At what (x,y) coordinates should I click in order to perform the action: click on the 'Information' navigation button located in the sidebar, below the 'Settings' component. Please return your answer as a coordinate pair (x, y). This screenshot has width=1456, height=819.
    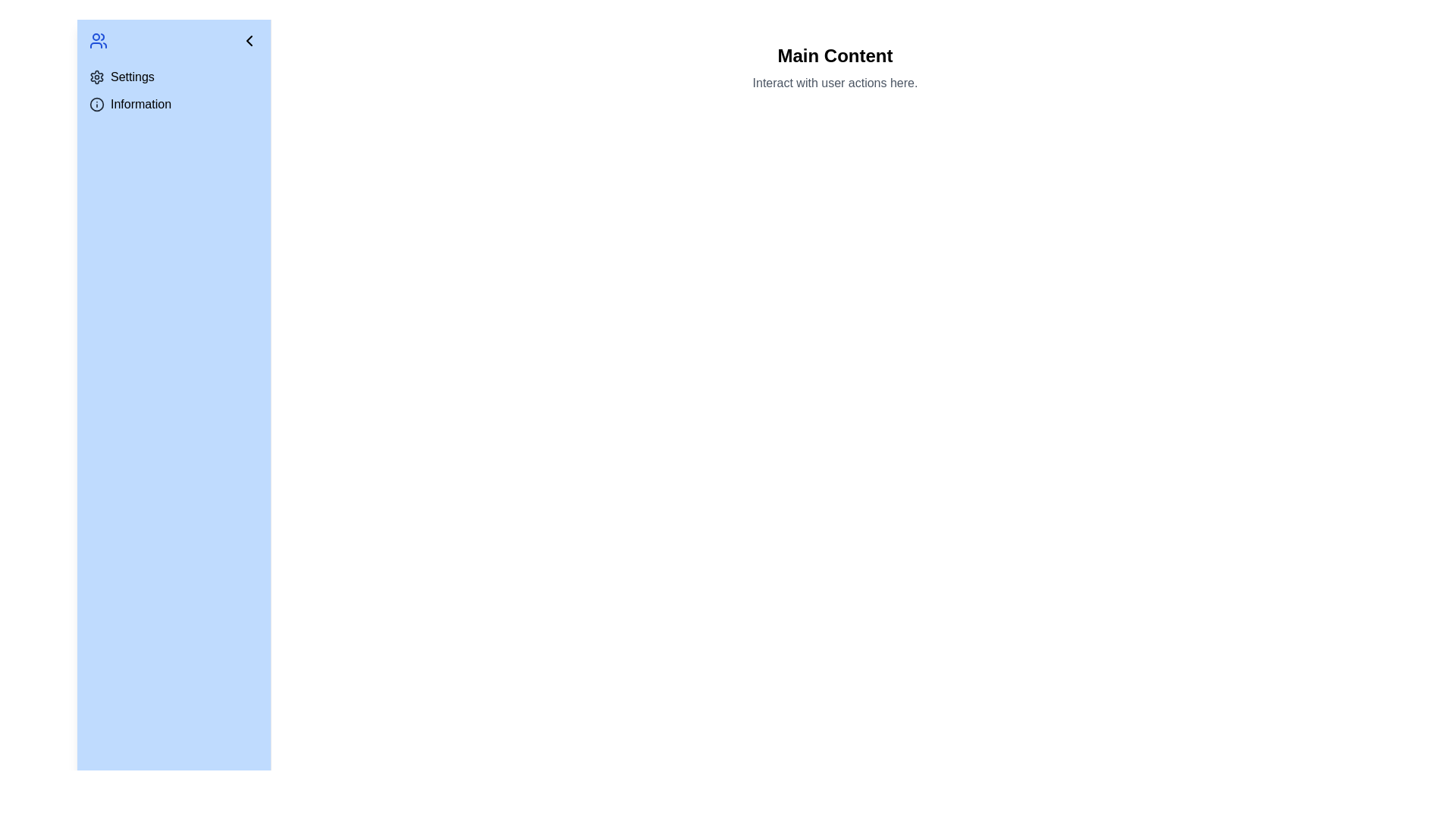
    Looking at the image, I should click on (174, 104).